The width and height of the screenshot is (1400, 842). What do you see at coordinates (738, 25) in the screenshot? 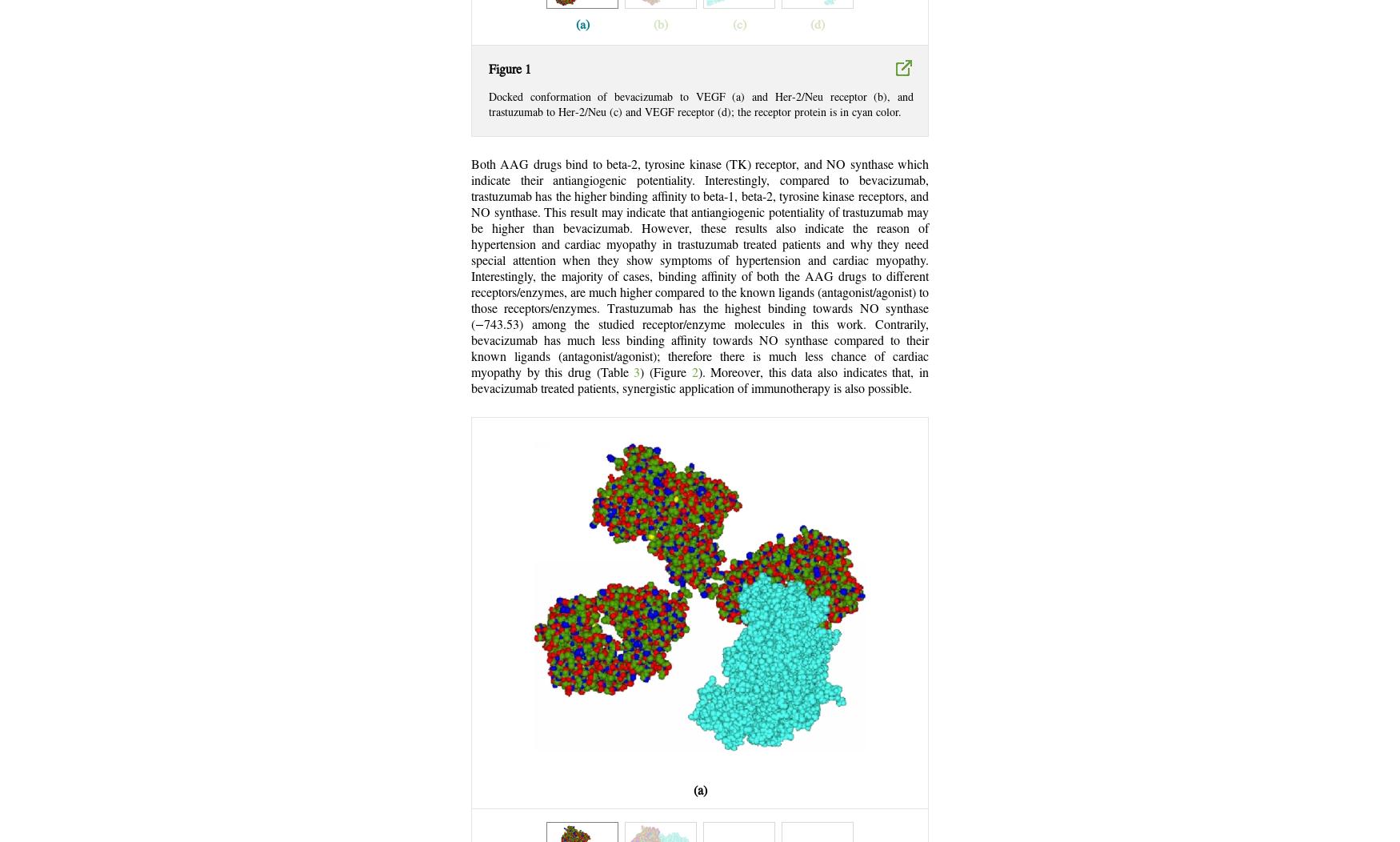
I see `'(c)'` at bounding box center [738, 25].